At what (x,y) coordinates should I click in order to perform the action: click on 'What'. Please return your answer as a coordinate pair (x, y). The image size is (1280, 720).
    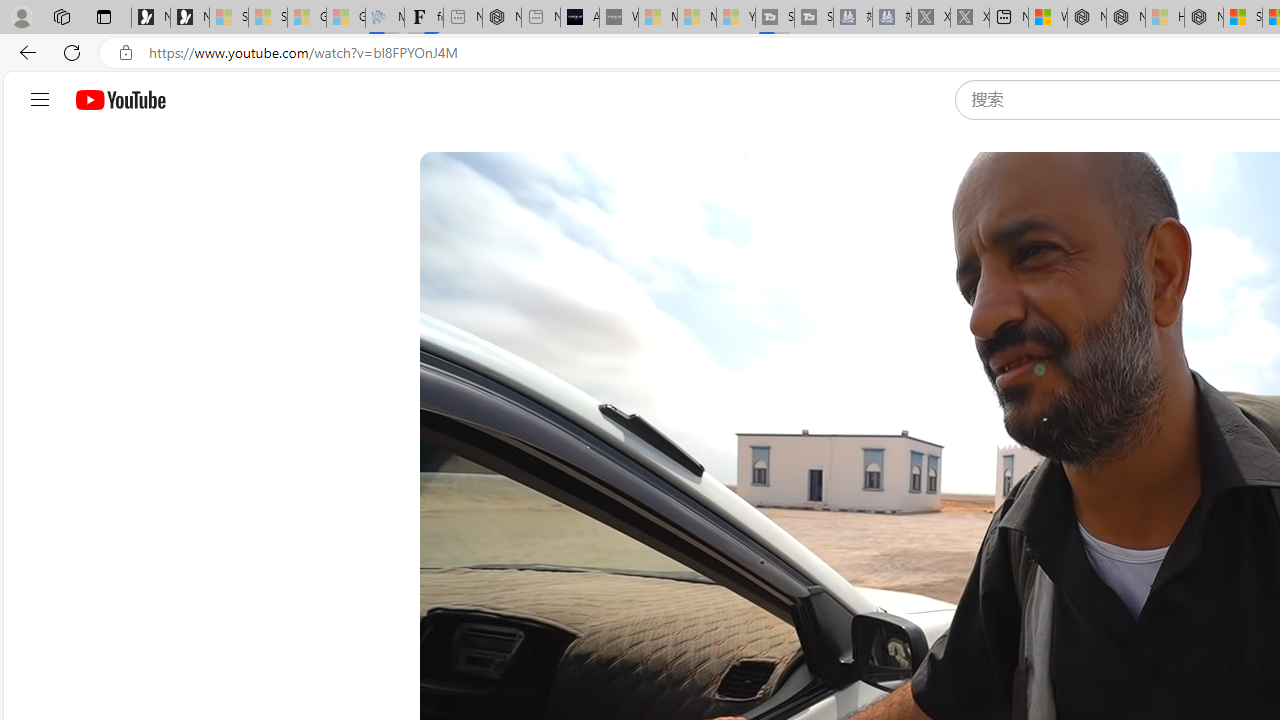
    Looking at the image, I should click on (617, 17).